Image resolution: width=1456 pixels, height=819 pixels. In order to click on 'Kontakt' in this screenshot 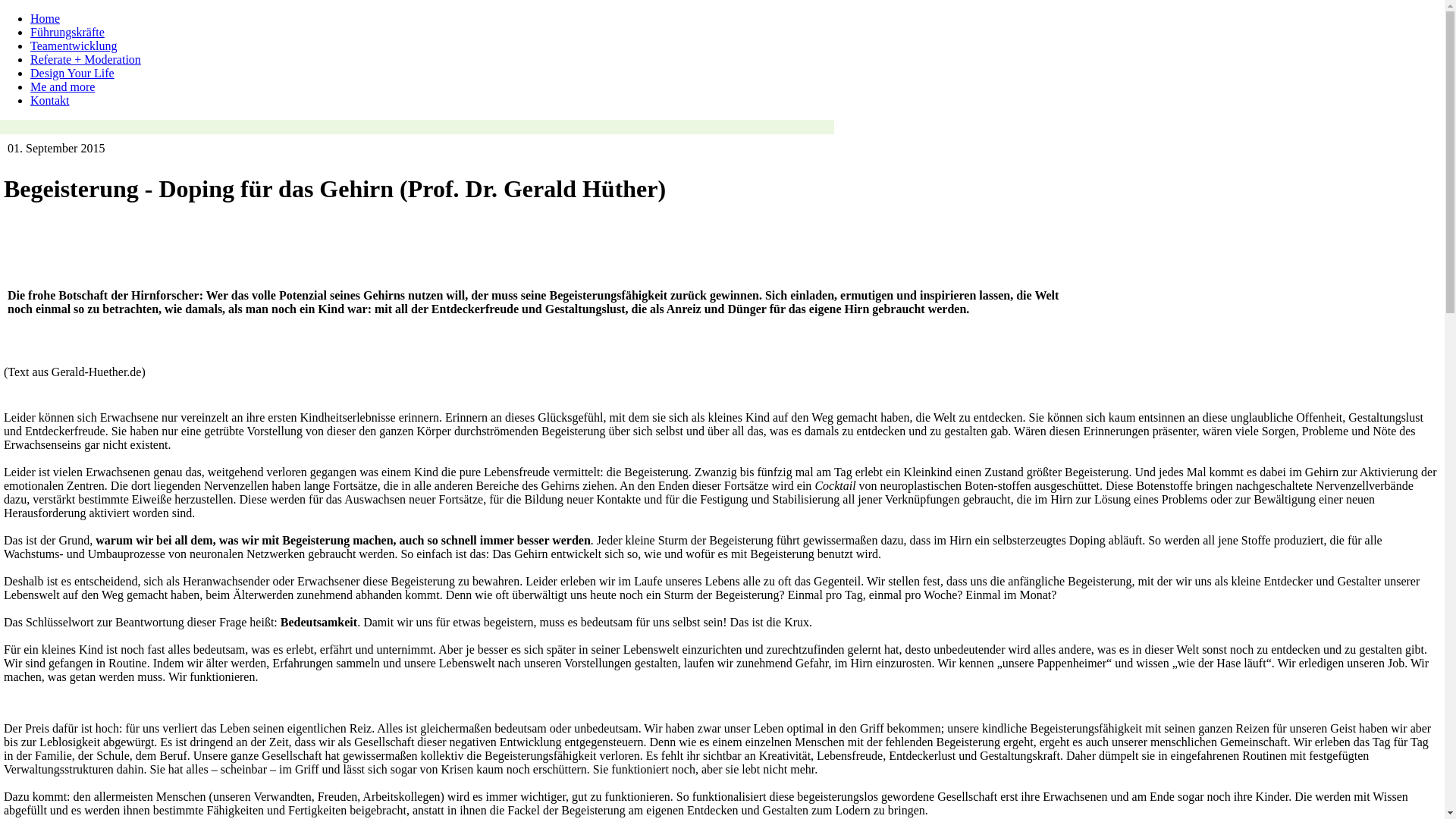, I will do `click(50, 100)`.